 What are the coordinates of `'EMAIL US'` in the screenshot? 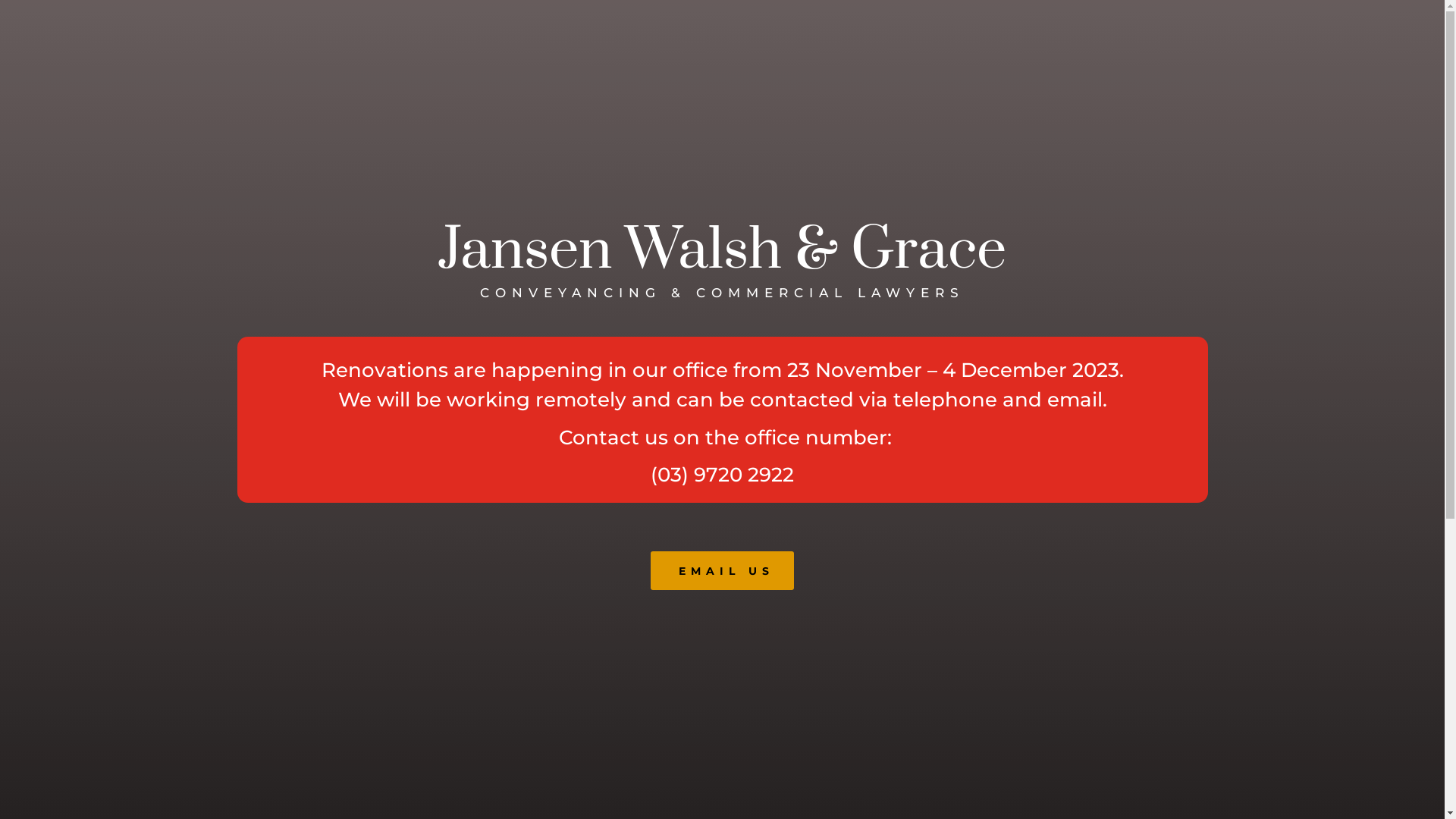 It's located at (721, 570).